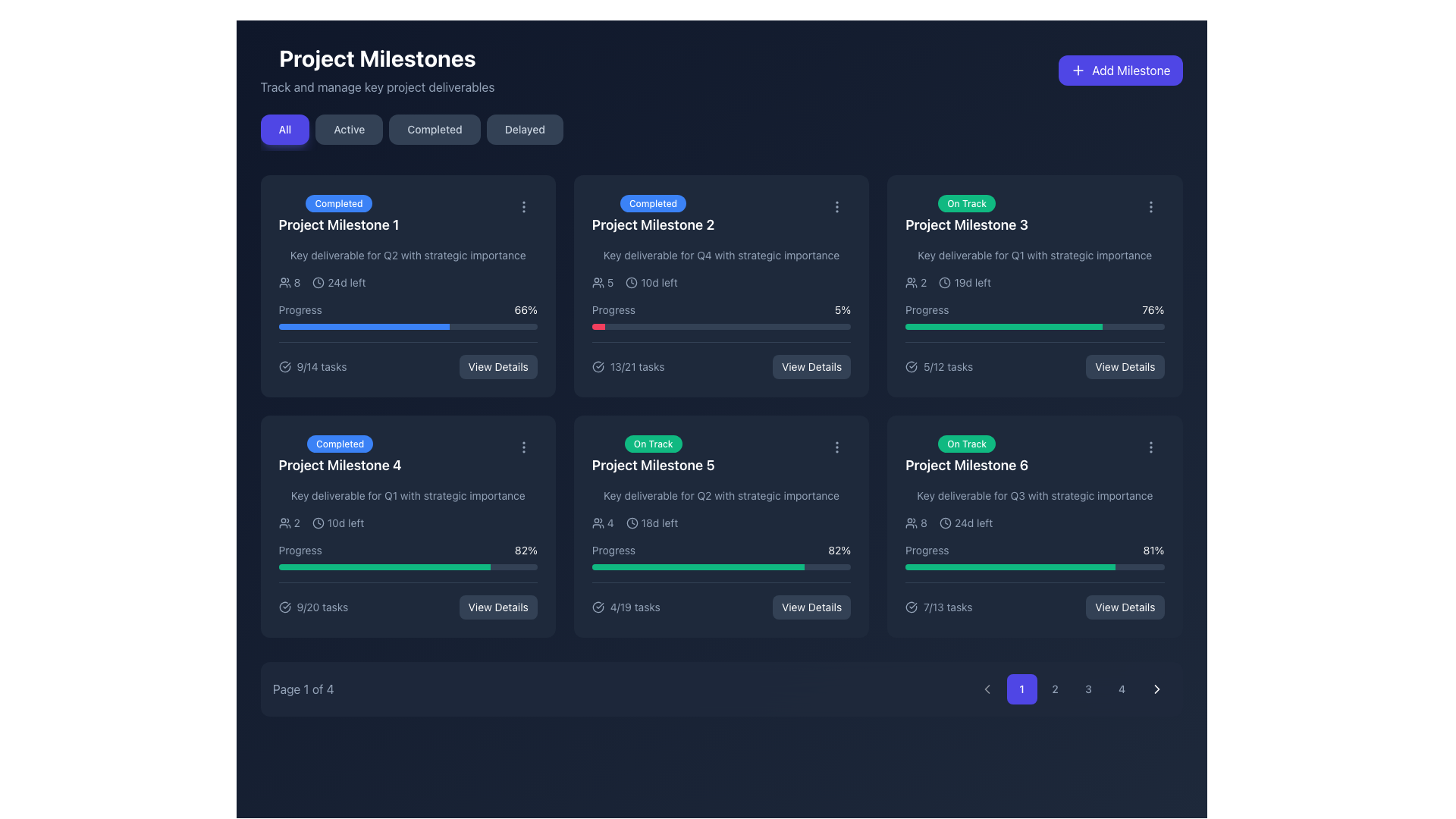 The width and height of the screenshot is (1456, 819). What do you see at coordinates (911, 366) in the screenshot?
I see `the status of the progress marker icon located in the top-right card titled 'Project Milestone 3', adjacent to the '5/12 tasks' text` at bounding box center [911, 366].